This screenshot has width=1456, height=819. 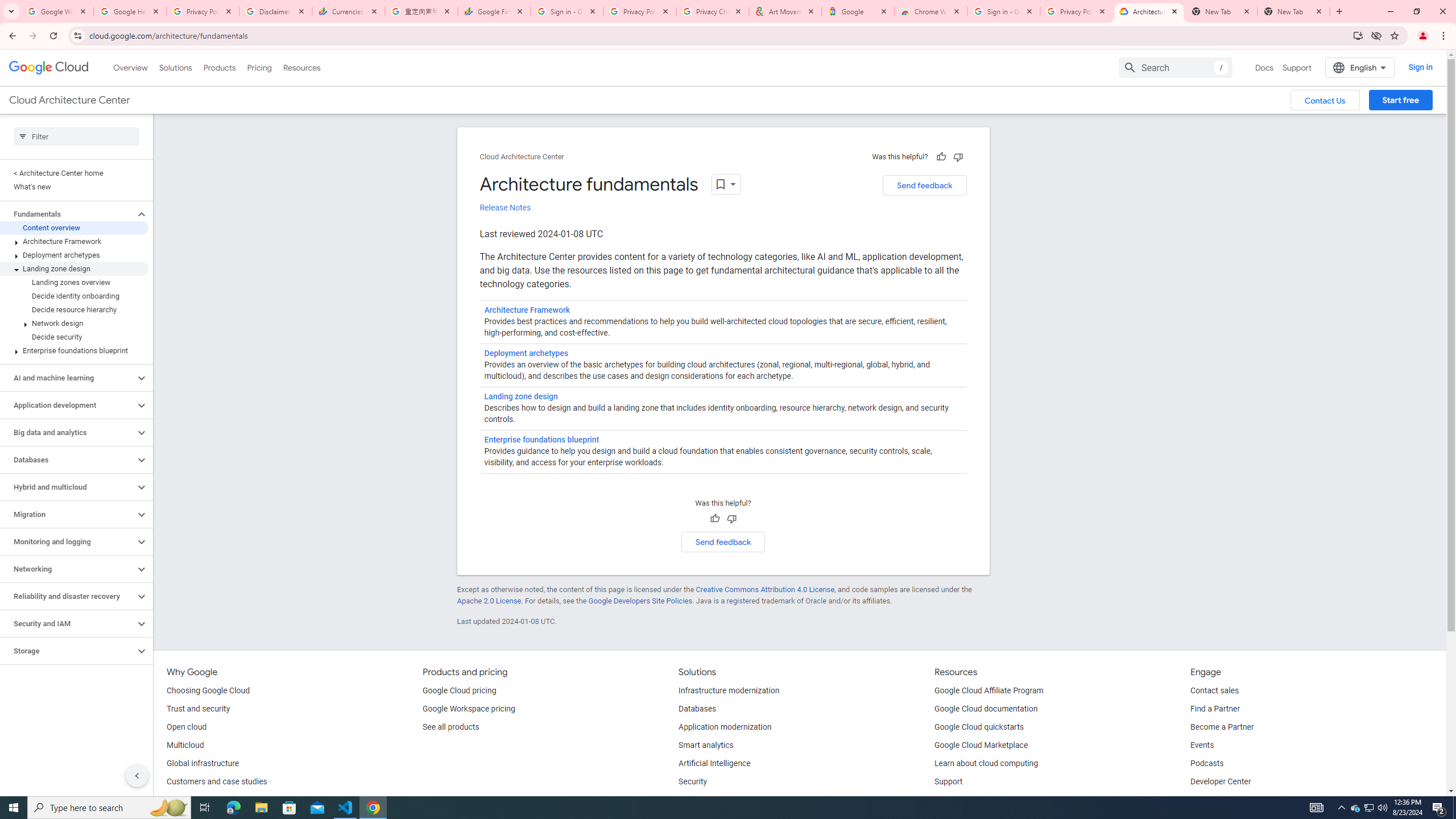 What do you see at coordinates (1293, 11) in the screenshot?
I see `'New Tab'` at bounding box center [1293, 11].